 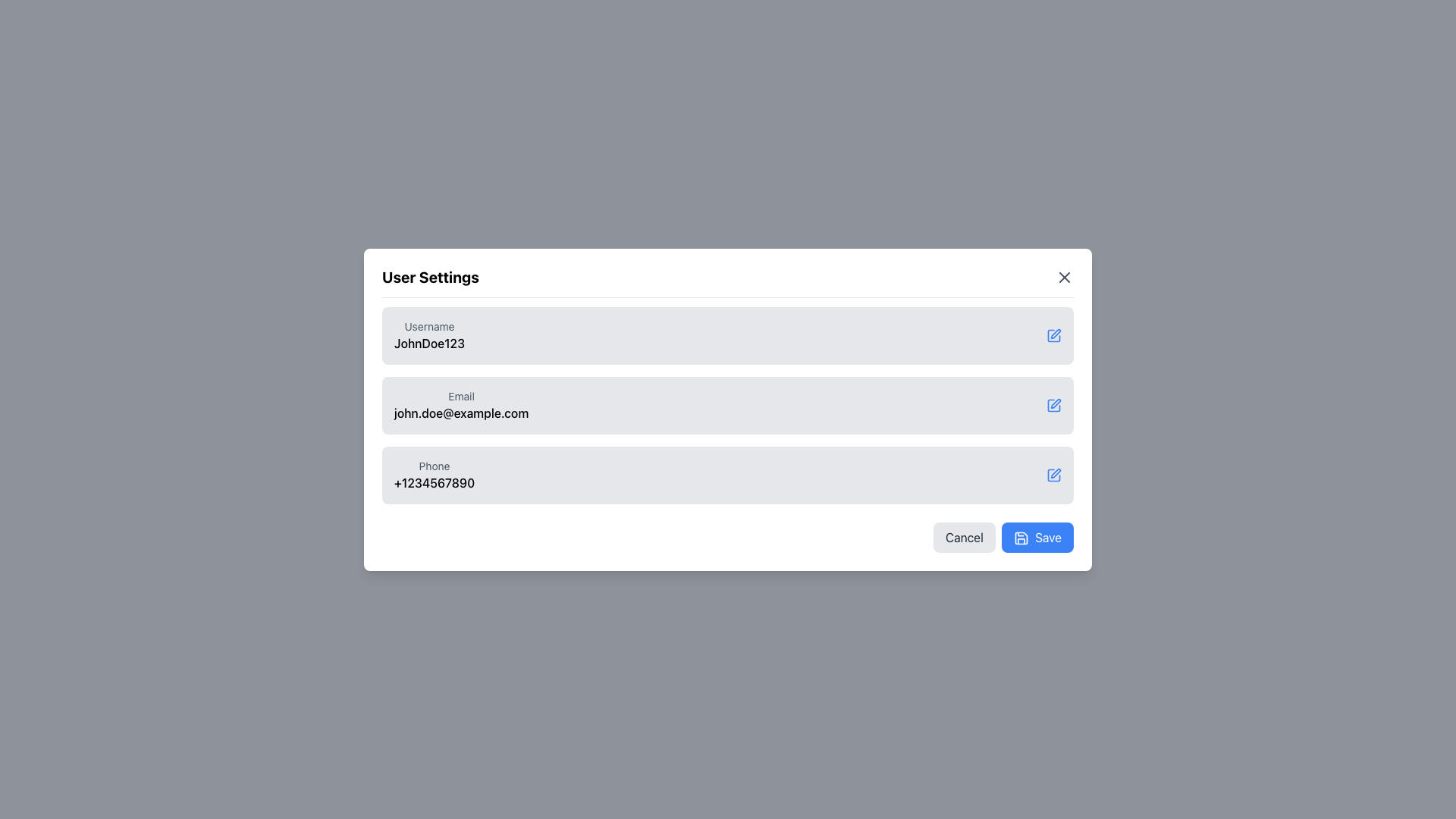 I want to click on the Static Text Display element that shows the email address 'john.doe@example.com' located in the 'User Settings' panel, so click(x=460, y=404).